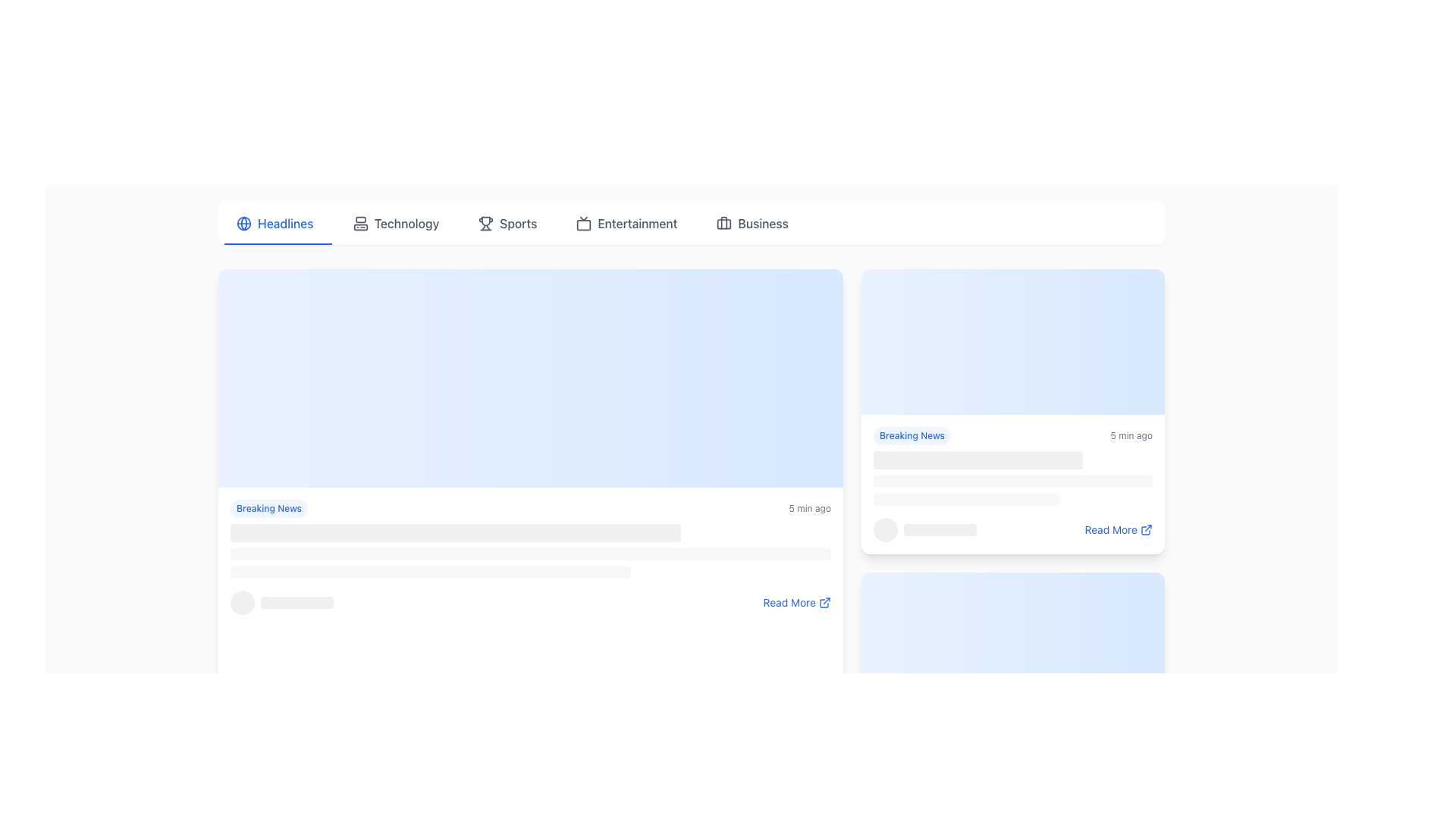  Describe the element at coordinates (626, 223) in the screenshot. I see `the 'Entertainment' button in the navigation bar` at that location.